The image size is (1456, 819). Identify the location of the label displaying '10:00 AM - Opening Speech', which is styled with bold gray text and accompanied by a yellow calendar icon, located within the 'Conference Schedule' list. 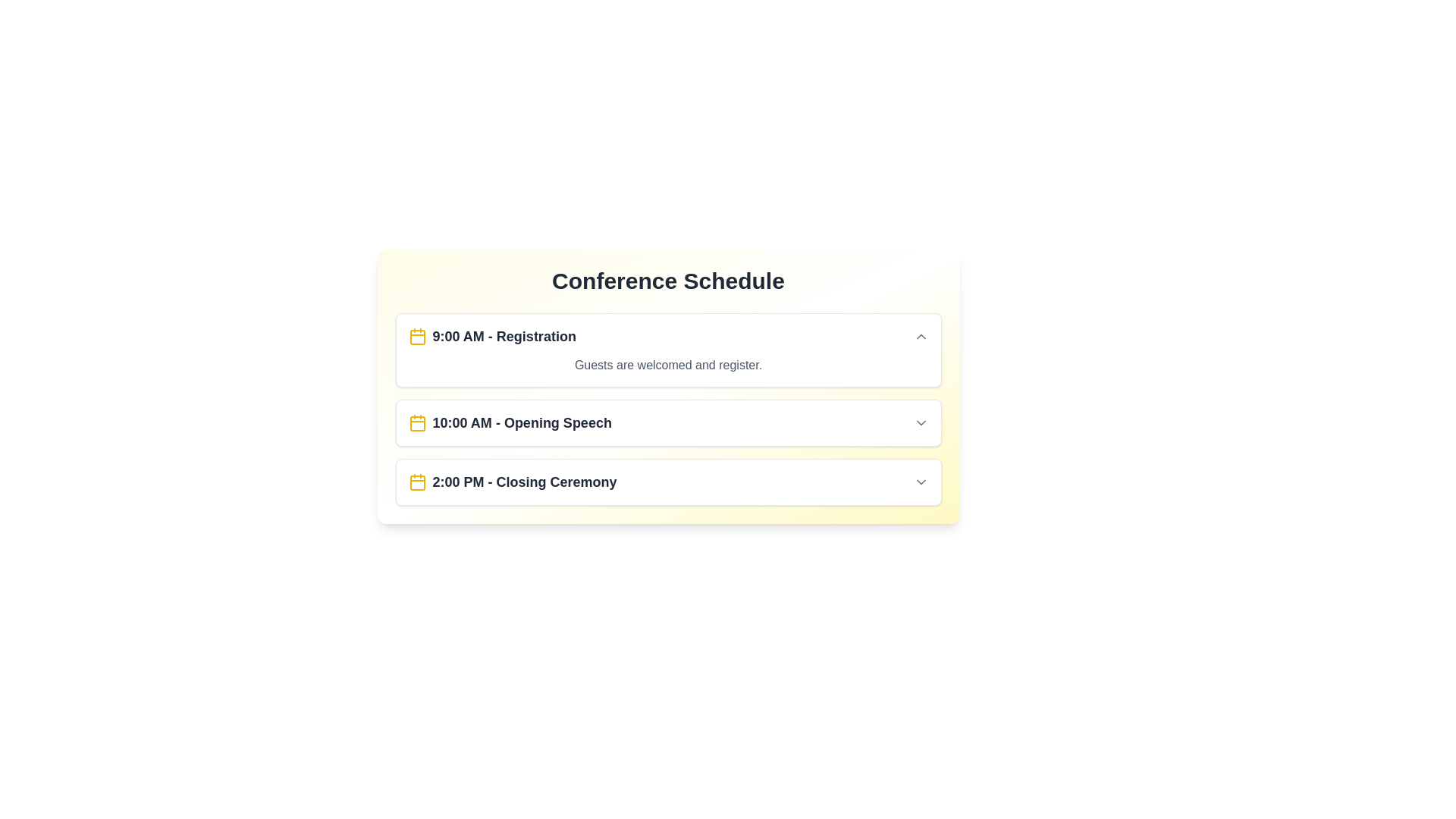
(510, 423).